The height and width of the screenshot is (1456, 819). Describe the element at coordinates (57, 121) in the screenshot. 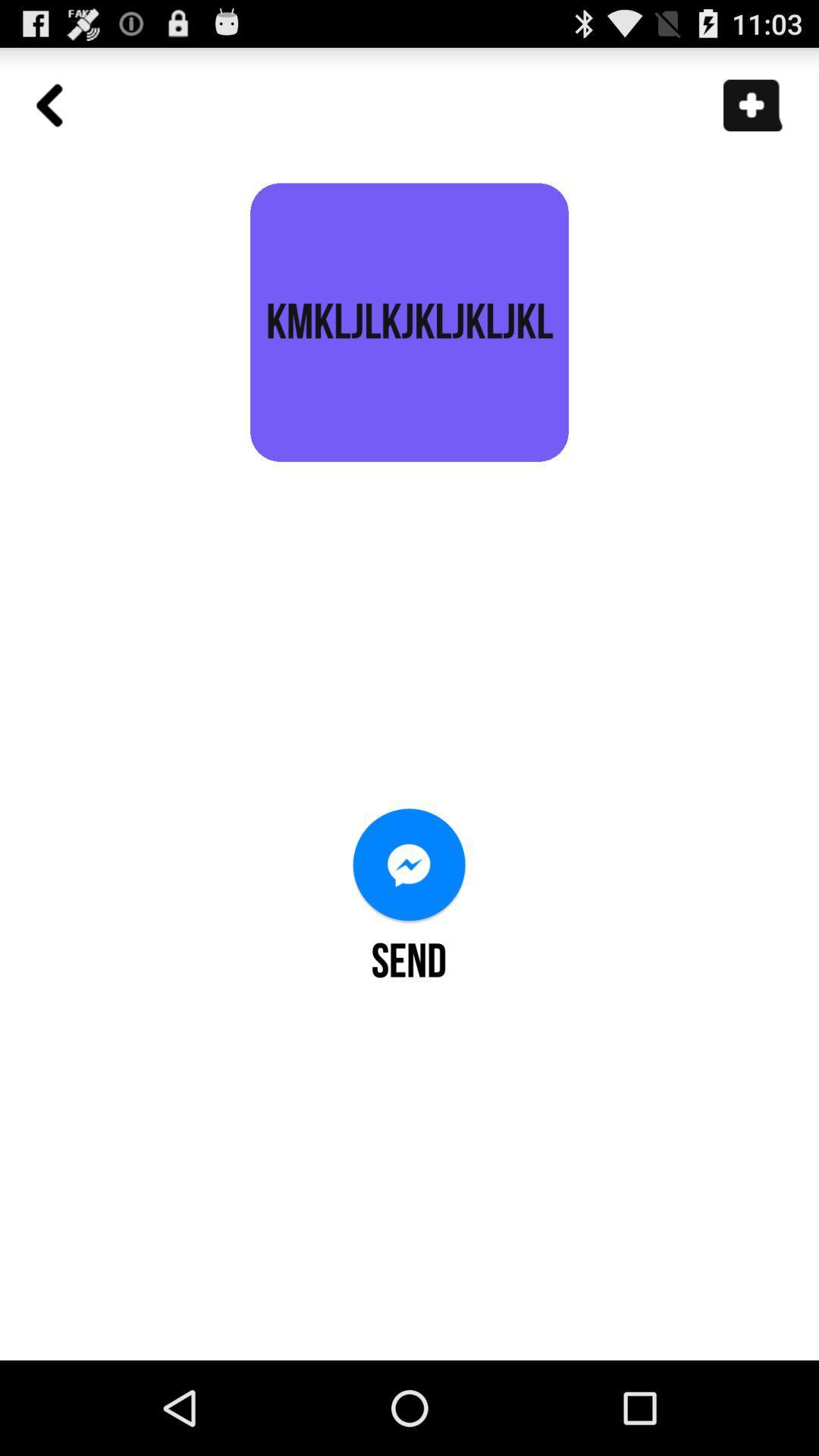

I see `the arrow_backward icon` at that location.